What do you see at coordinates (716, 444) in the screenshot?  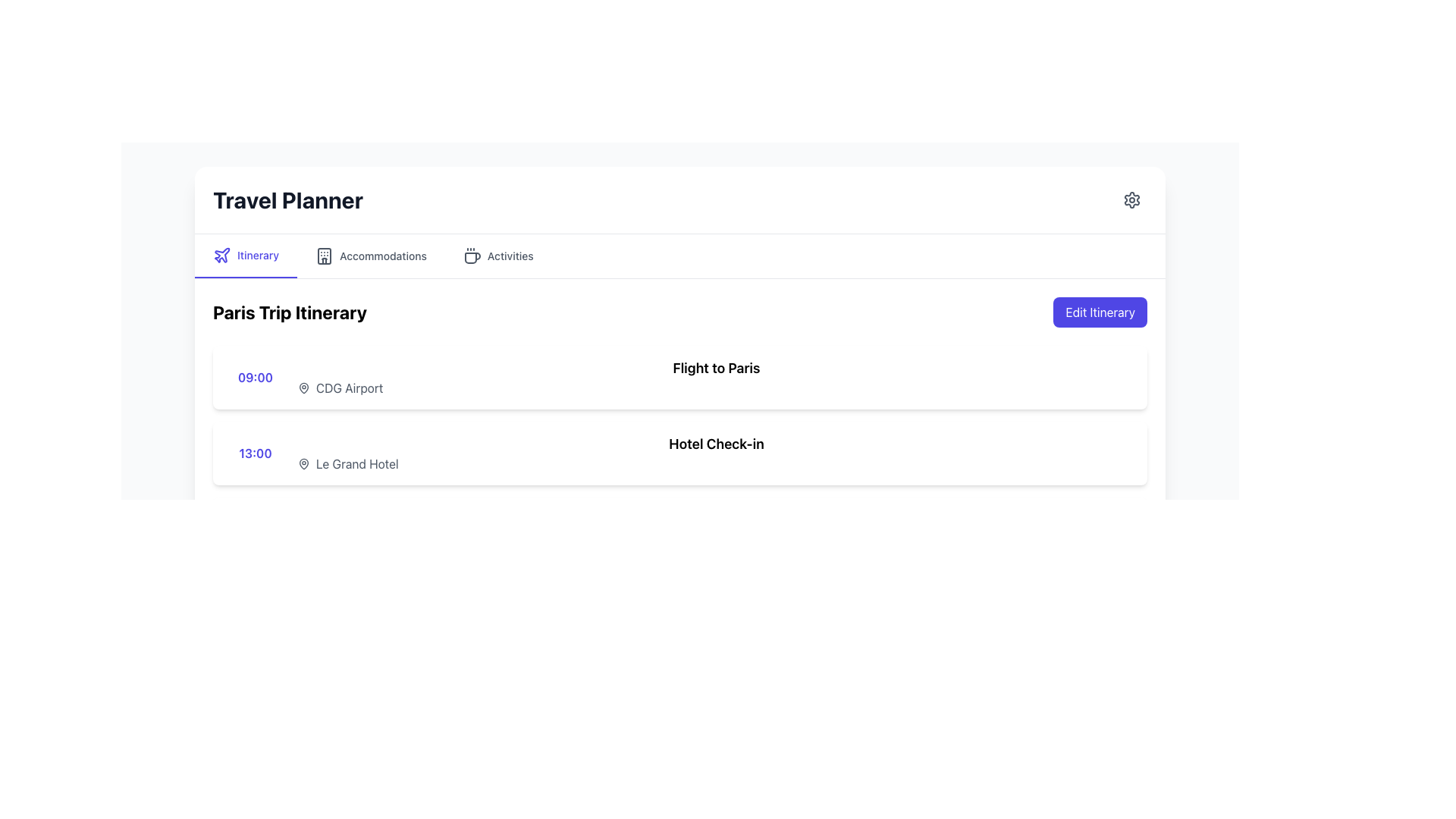 I see `the 'Hotel Check-in' header label` at bounding box center [716, 444].